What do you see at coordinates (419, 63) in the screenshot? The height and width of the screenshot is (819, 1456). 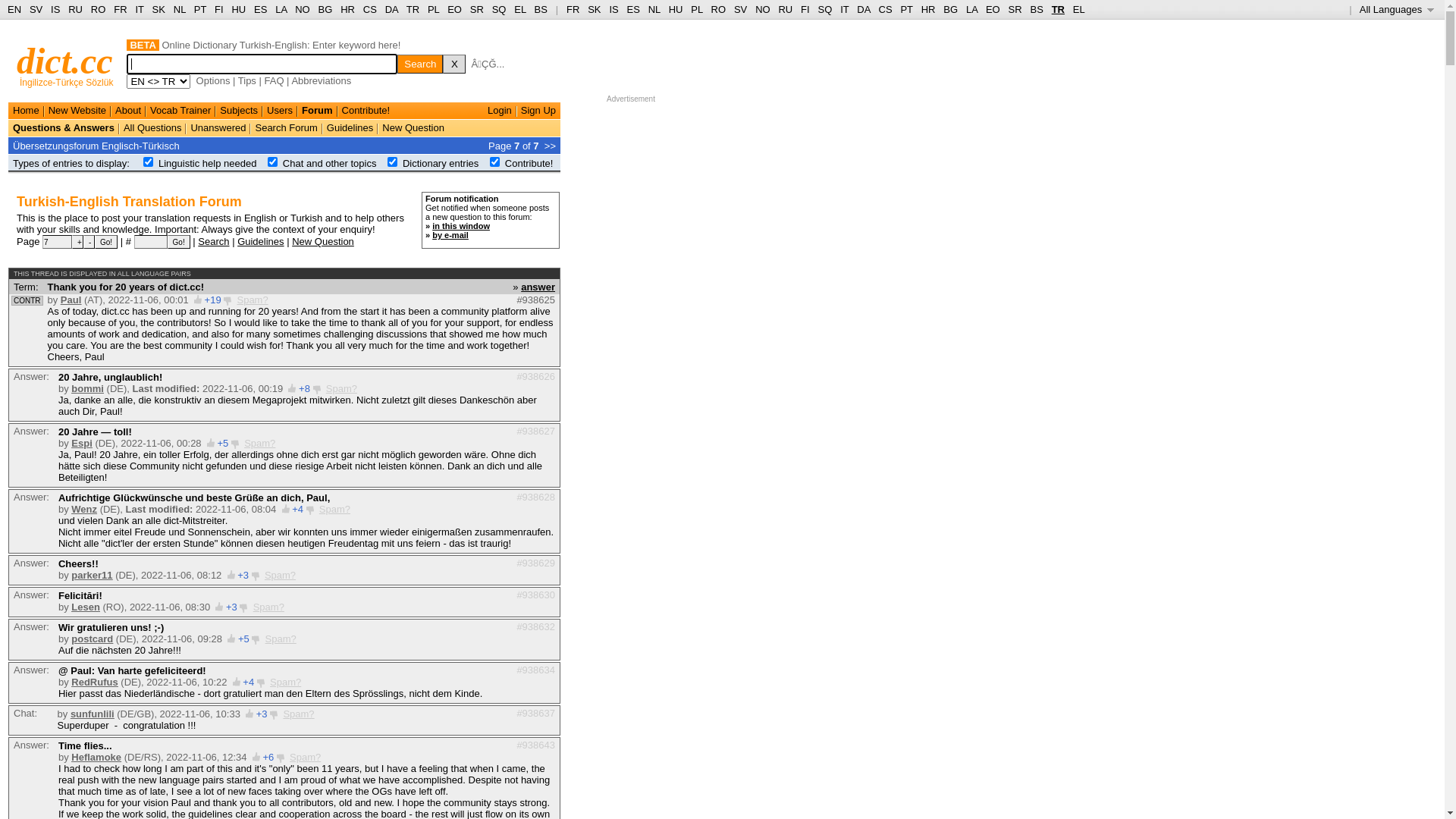 I see `'Search'` at bounding box center [419, 63].